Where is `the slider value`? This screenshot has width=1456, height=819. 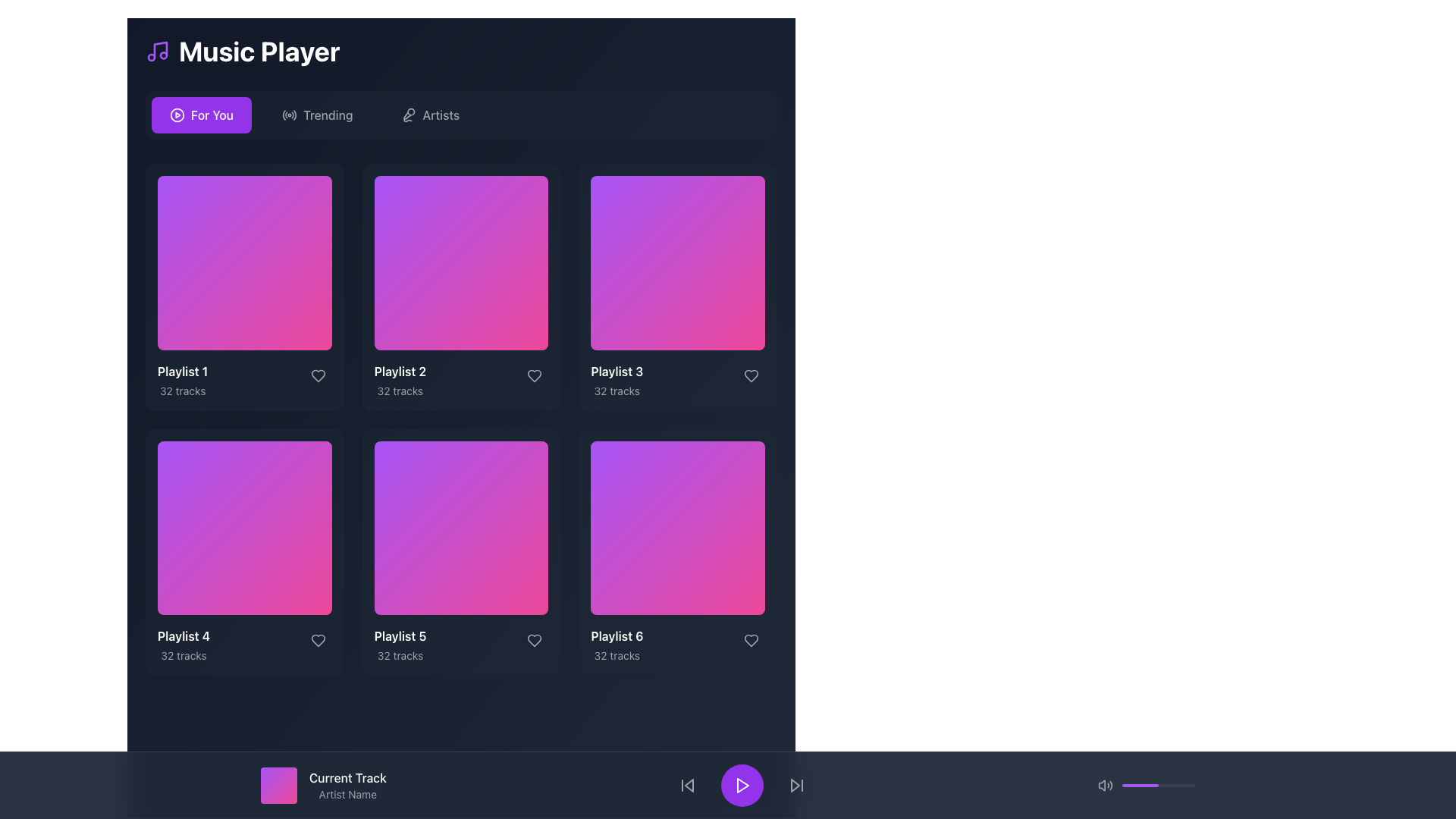 the slider value is located at coordinates (1179, 785).